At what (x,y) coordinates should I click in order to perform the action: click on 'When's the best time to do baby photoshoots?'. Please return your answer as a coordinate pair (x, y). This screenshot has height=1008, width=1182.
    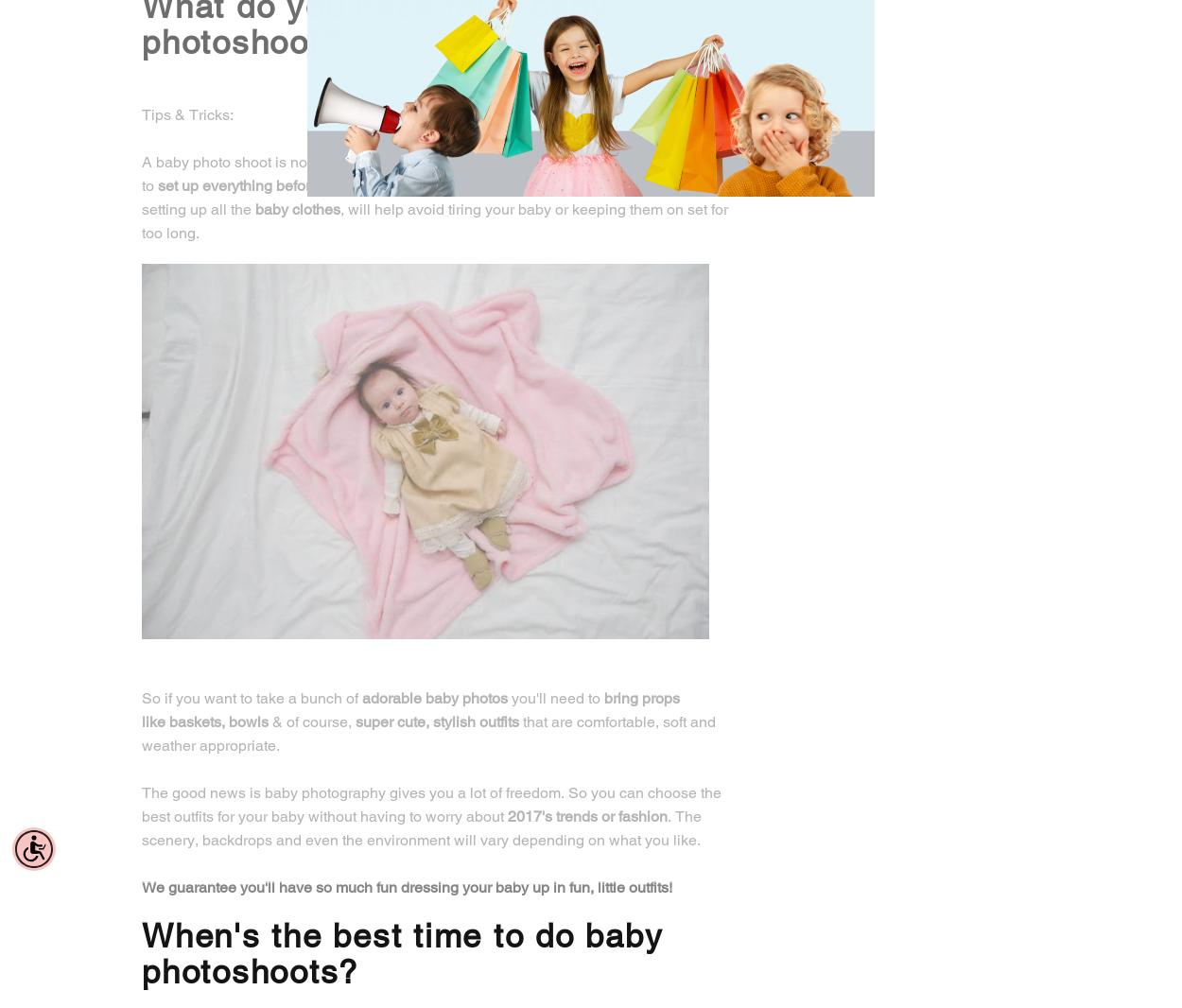
    Looking at the image, I should click on (402, 953).